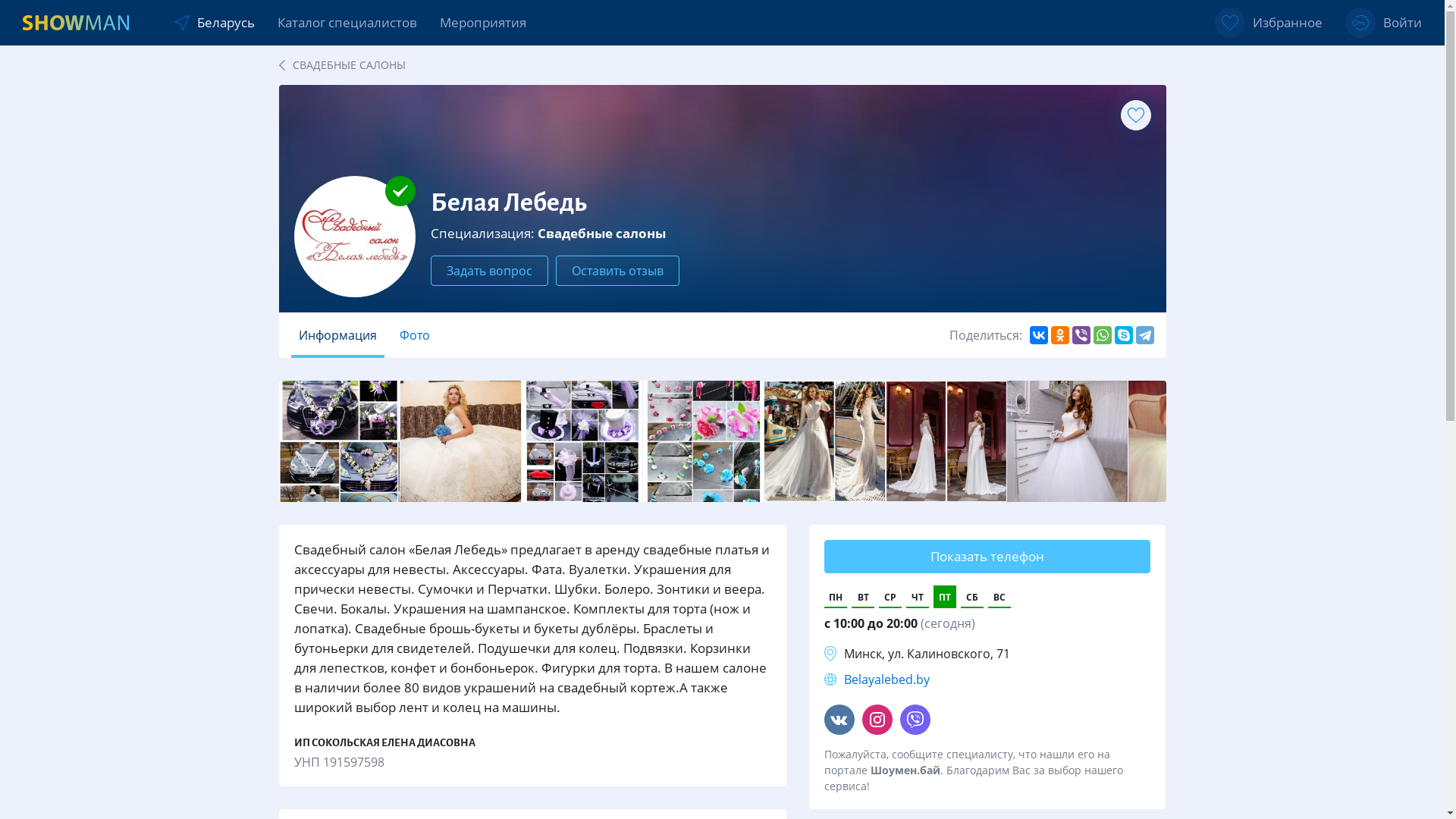 This screenshot has width=1456, height=819. Describe the element at coordinates (886, 678) in the screenshot. I see `'Belayalebed.by'` at that location.